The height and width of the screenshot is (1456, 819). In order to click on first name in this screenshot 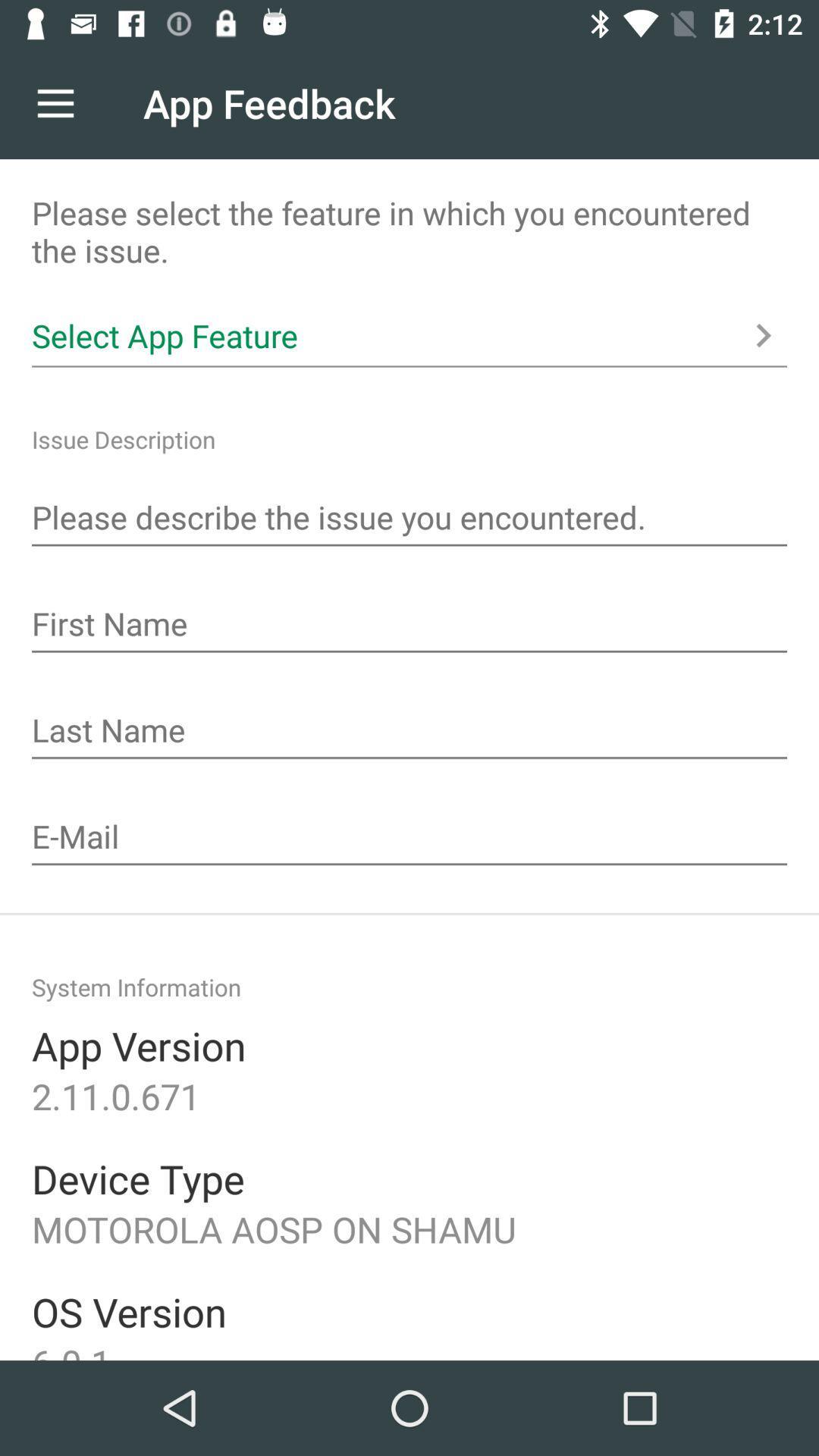, I will do `click(409, 626)`.